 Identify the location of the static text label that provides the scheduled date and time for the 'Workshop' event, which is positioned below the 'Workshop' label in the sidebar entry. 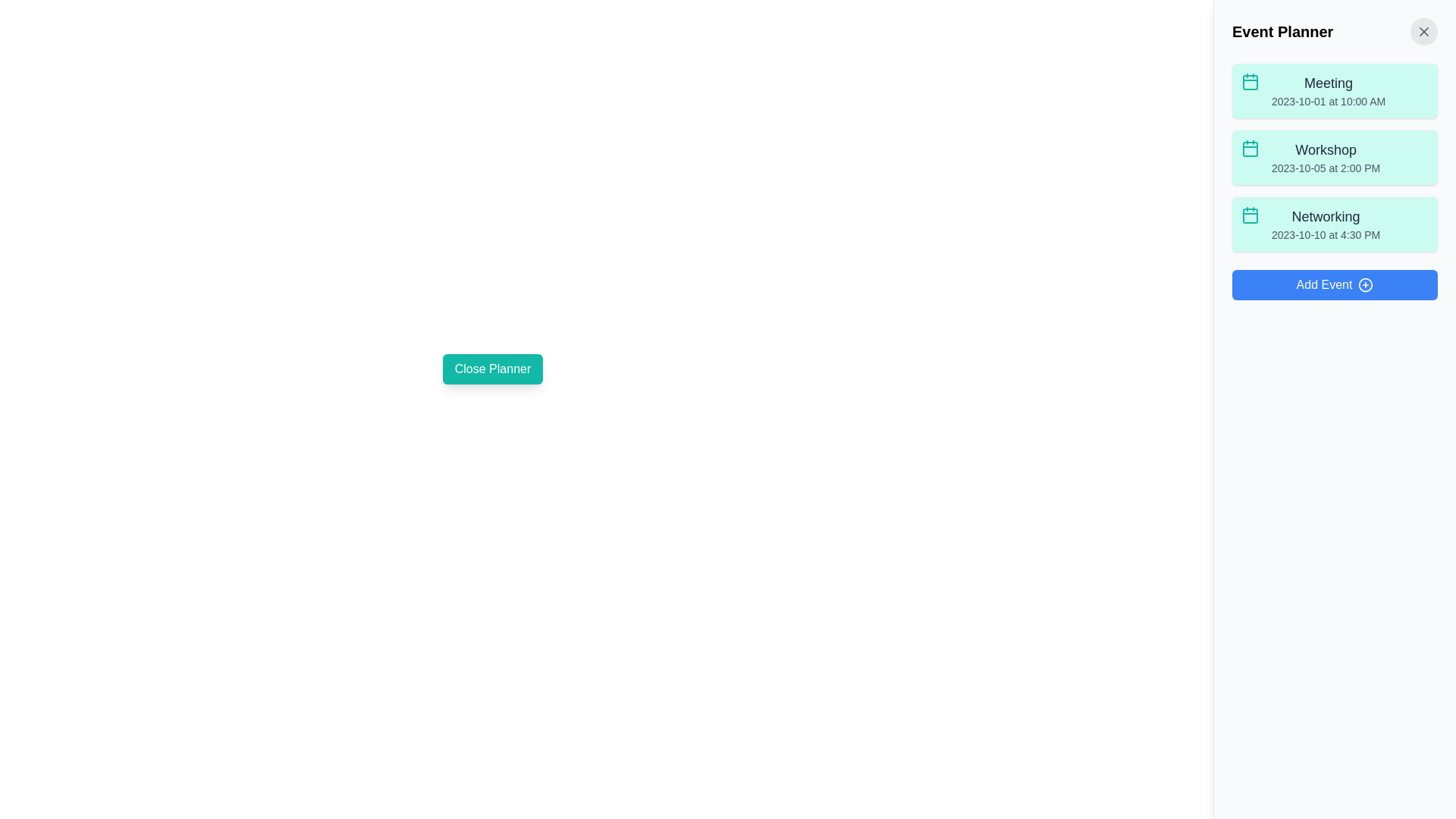
(1325, 168).